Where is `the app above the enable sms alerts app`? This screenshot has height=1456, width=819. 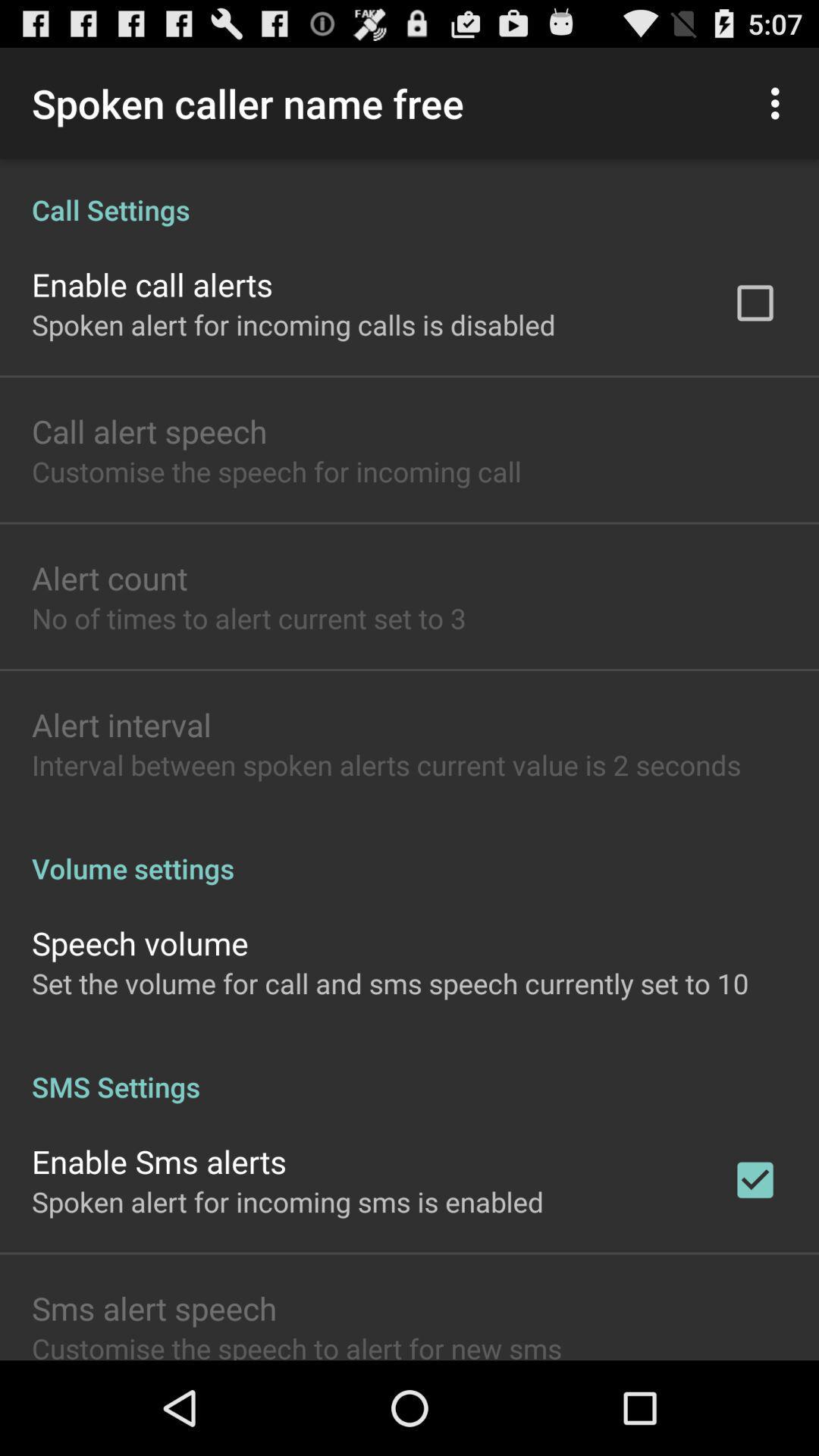 the app above the enable sms alerts app is located at coordinates (409, 1070).